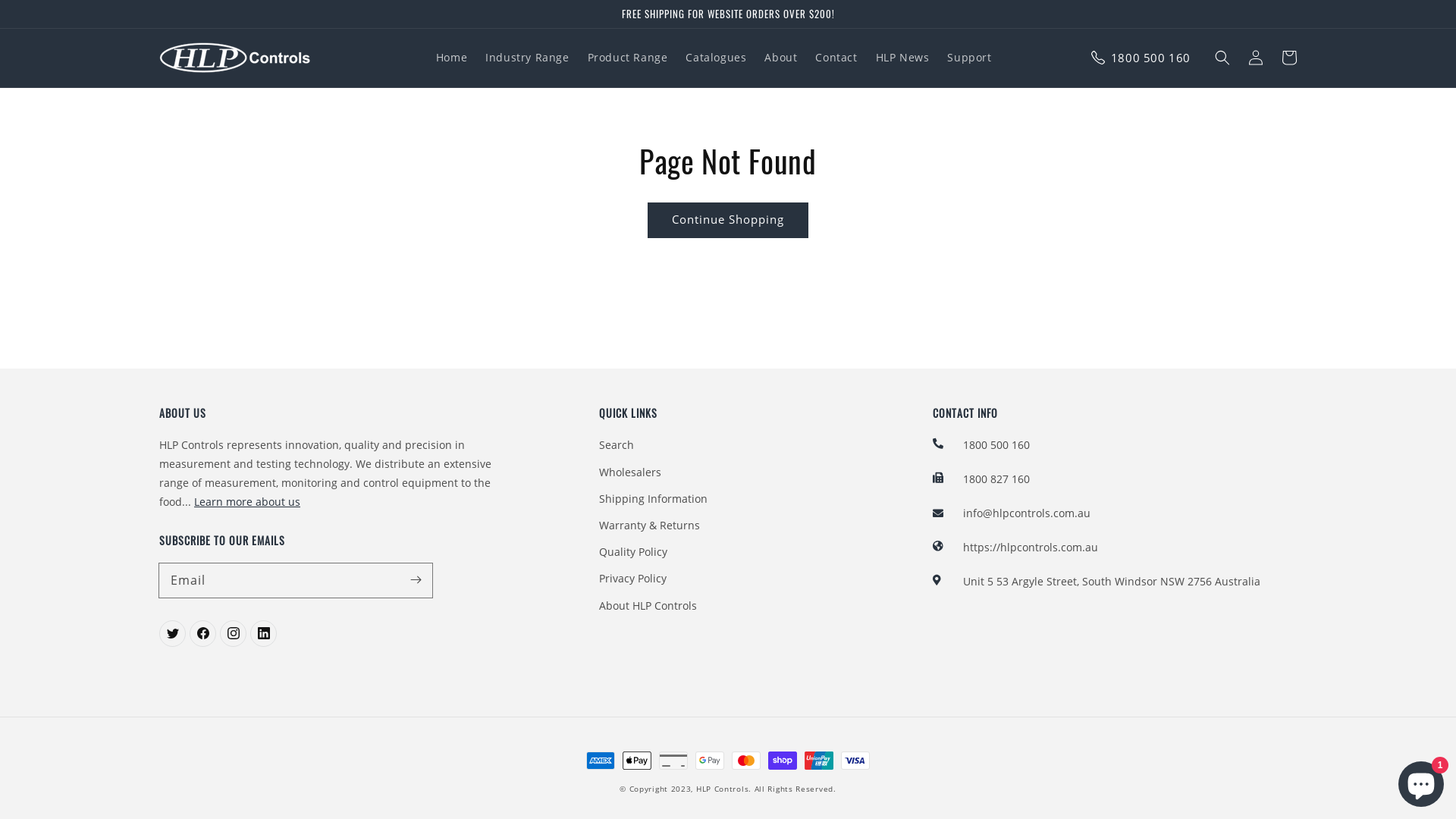 This screenshot has width=1456, height=819. Describe the element at coordinates (598, 578) in the screenshot. I see `'Privacy Policy'` at that location.